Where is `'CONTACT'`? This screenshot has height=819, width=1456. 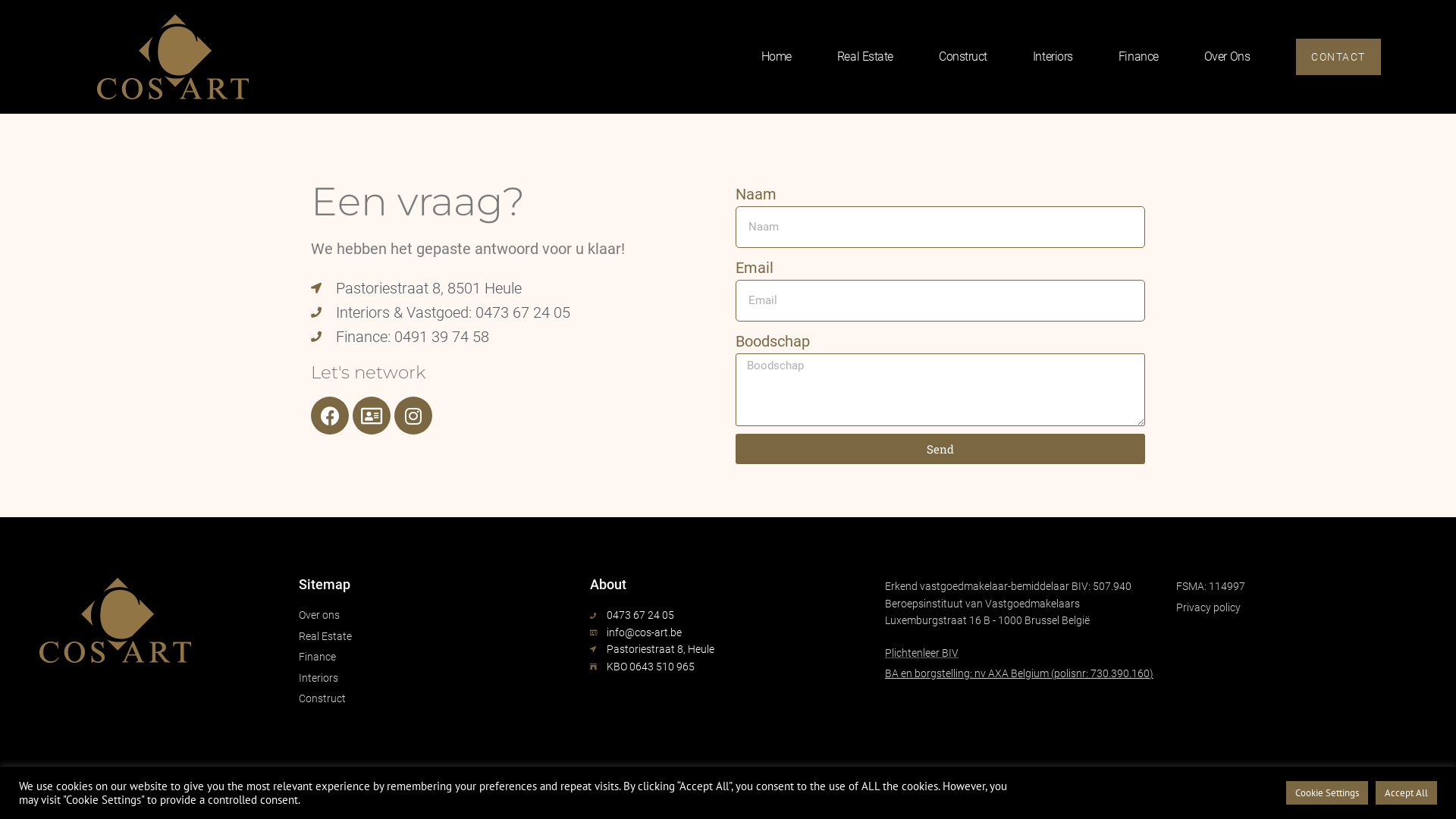
'CONTACT' is located at coordinates (1338, 55).